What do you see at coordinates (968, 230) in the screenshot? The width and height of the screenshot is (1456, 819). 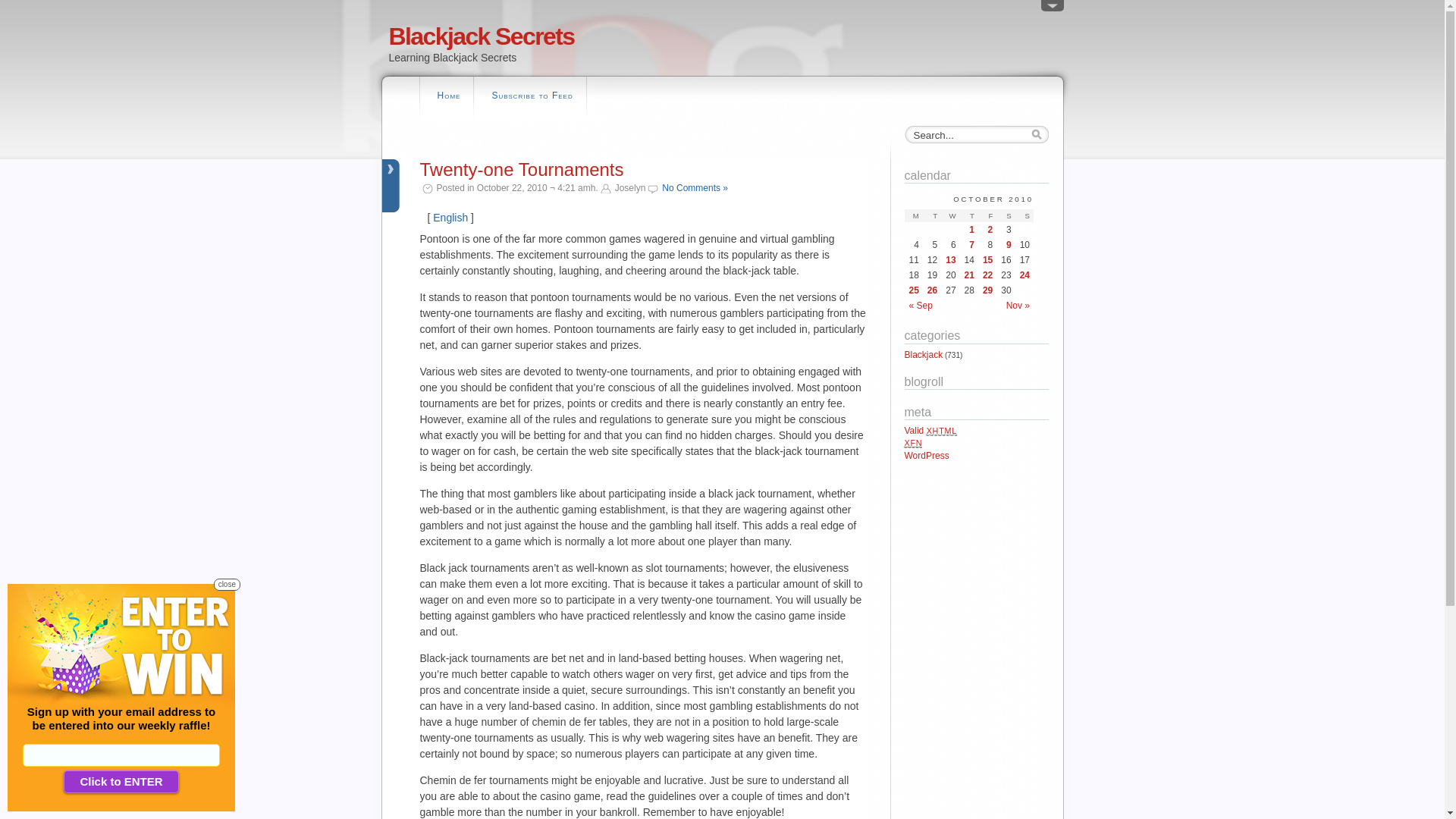 I see `'1'` at bounding box center [968, 230].